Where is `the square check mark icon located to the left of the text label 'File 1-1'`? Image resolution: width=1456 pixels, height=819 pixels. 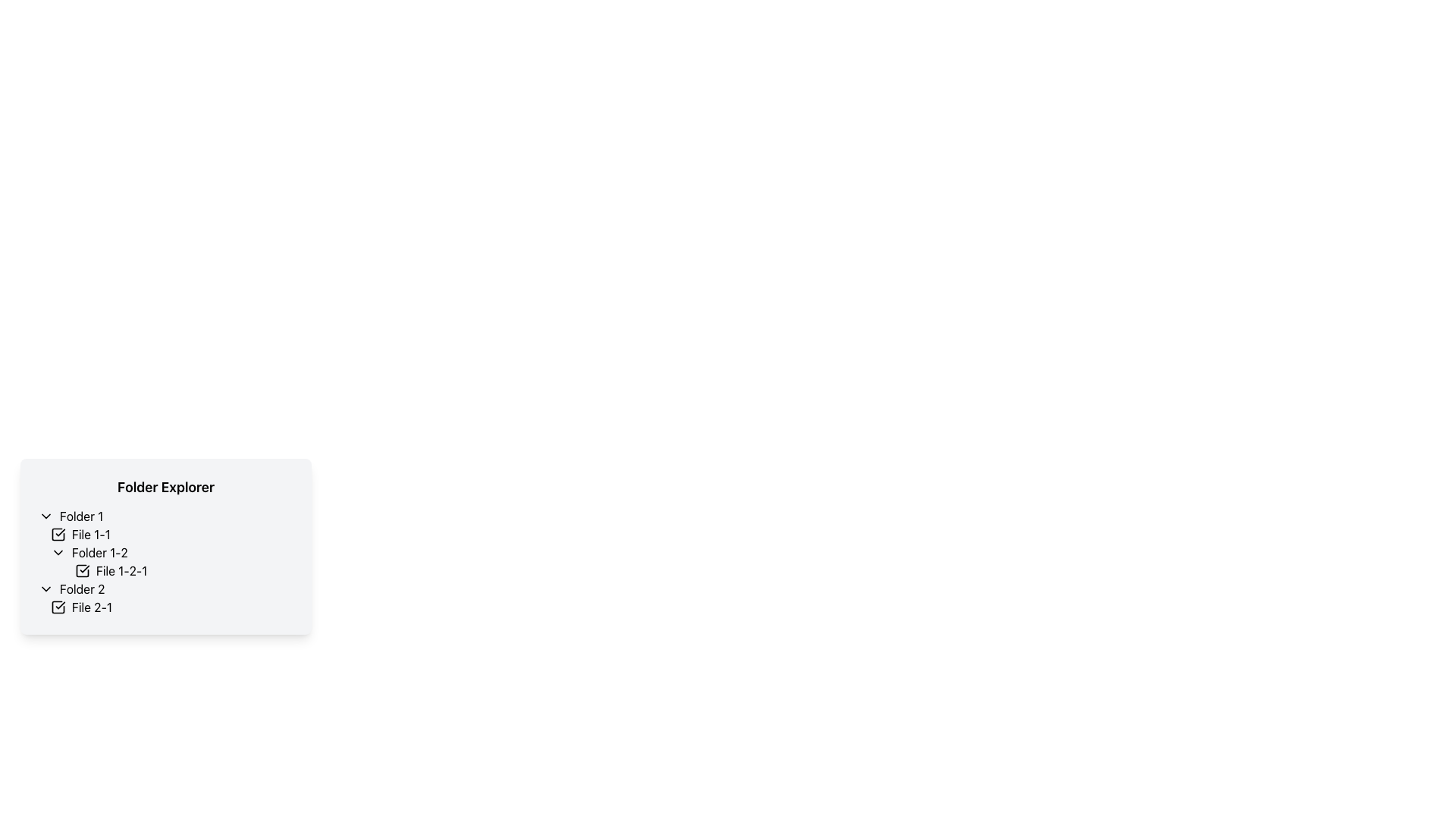 the square check mark icon located to the left of the text label 'File 1-1' is located at coordinates (58, 534).